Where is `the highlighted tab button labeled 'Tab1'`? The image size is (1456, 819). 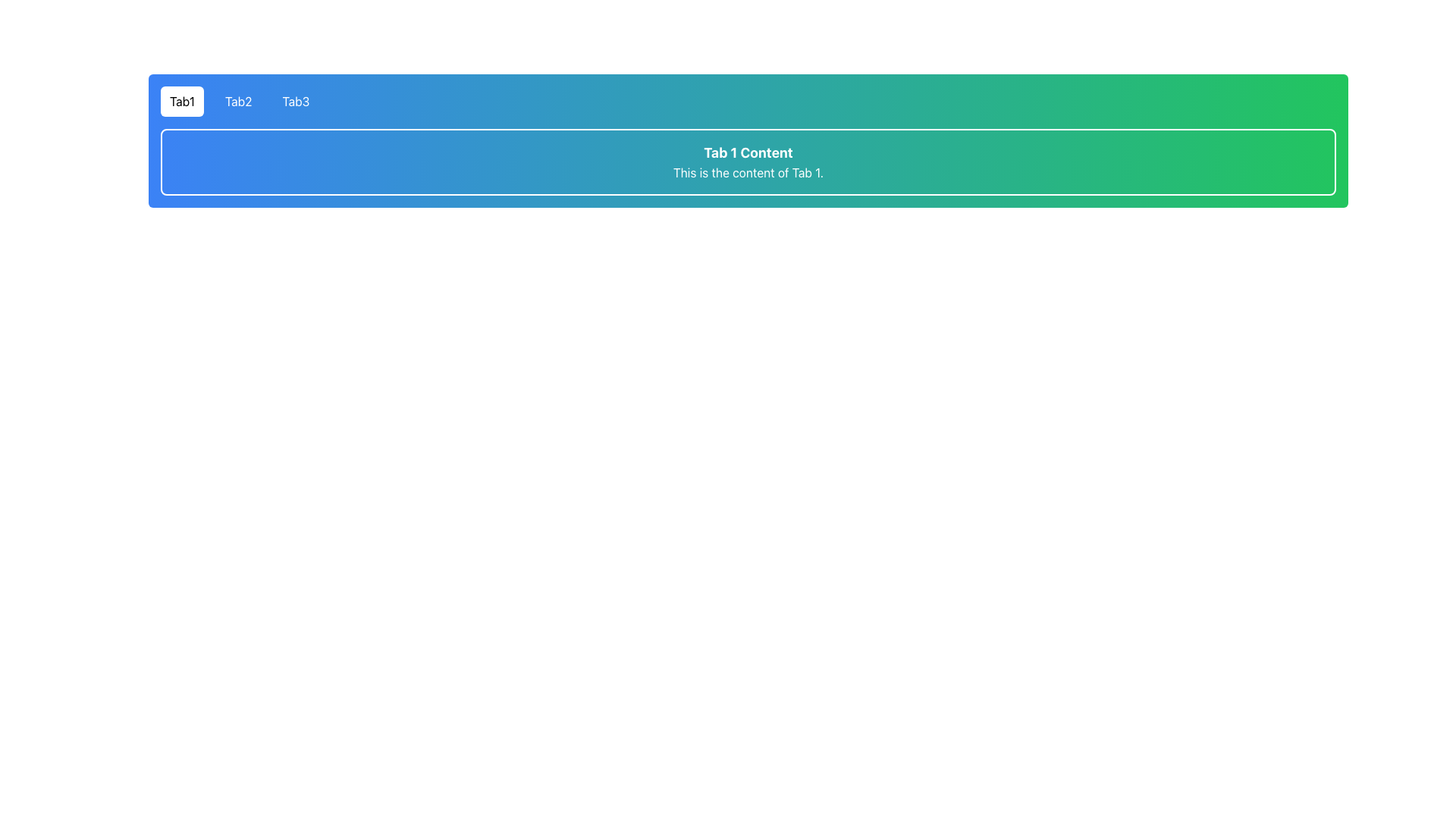 the highlighted tab button labeled 'Tab1' is located at coordinates (182, 102).